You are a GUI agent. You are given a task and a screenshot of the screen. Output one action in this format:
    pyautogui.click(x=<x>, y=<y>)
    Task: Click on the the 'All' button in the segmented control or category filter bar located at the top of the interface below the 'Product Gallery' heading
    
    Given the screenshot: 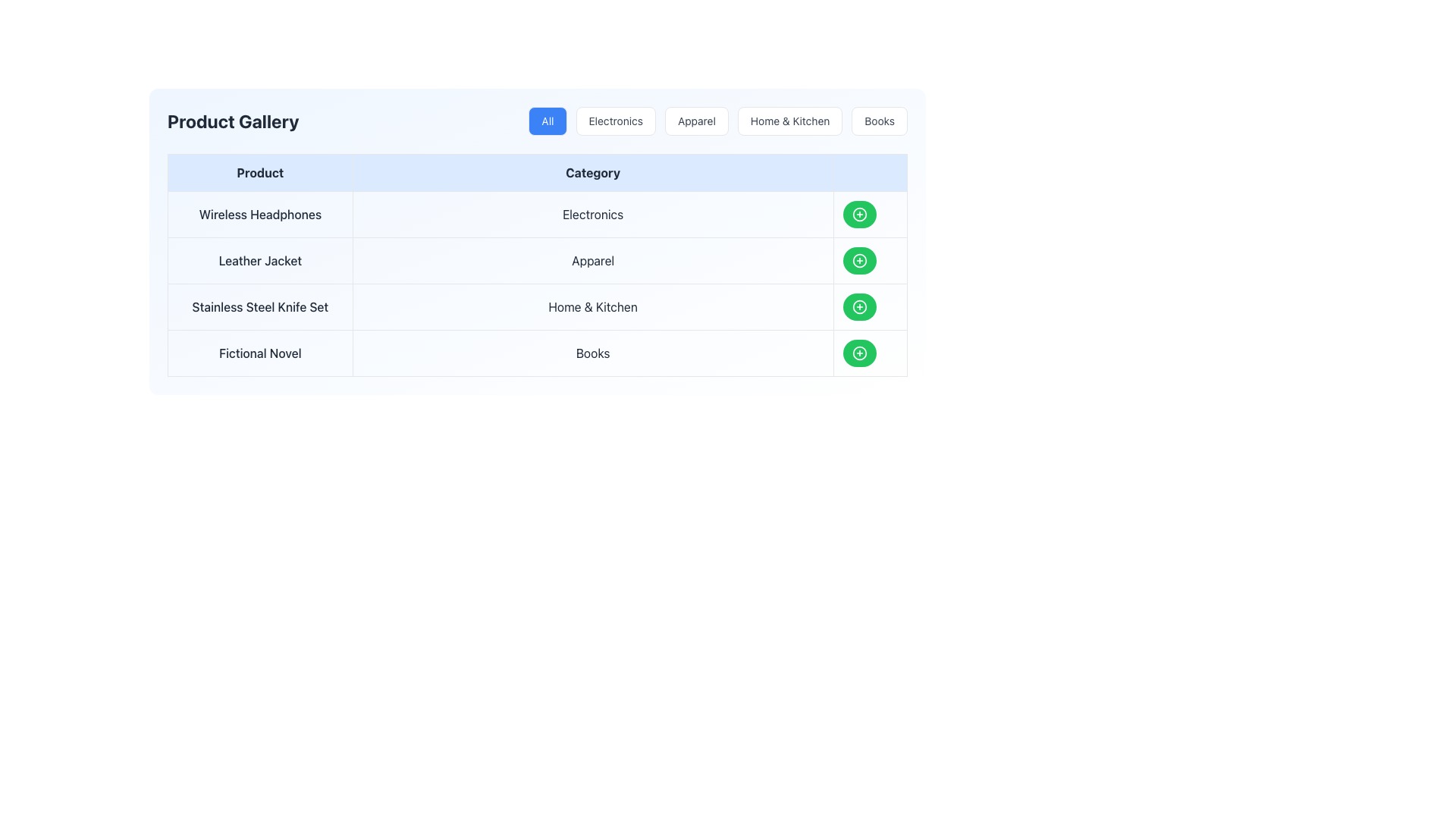 What is the action you would take?
    pyautogui.click(x=538, y=120)
    